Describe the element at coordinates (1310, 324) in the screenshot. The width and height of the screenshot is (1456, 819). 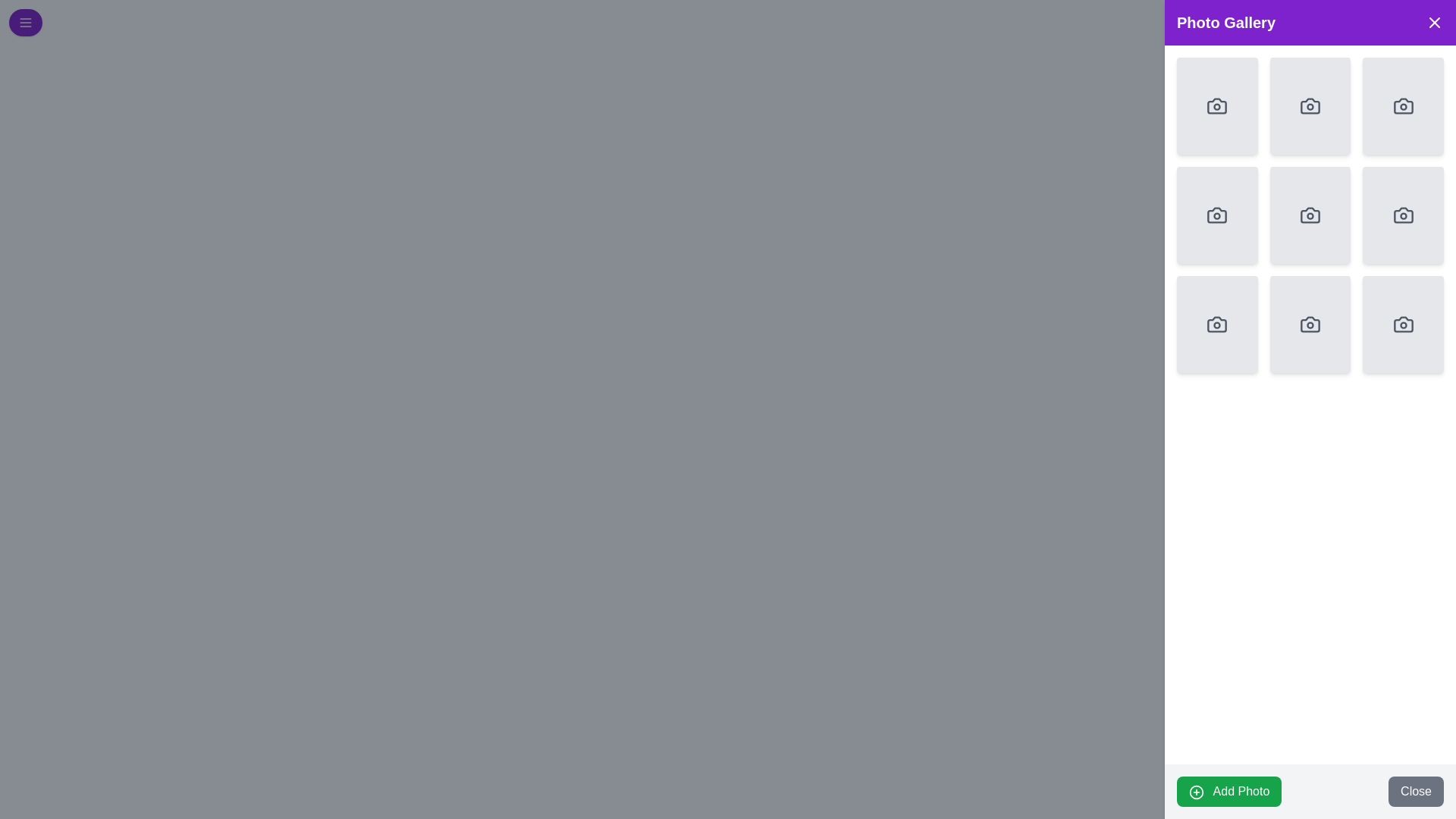
I see `the clickable tile in the bottom row and middle column of the photo gallery, which features a centered camera icon on a soft gray background` at that location.